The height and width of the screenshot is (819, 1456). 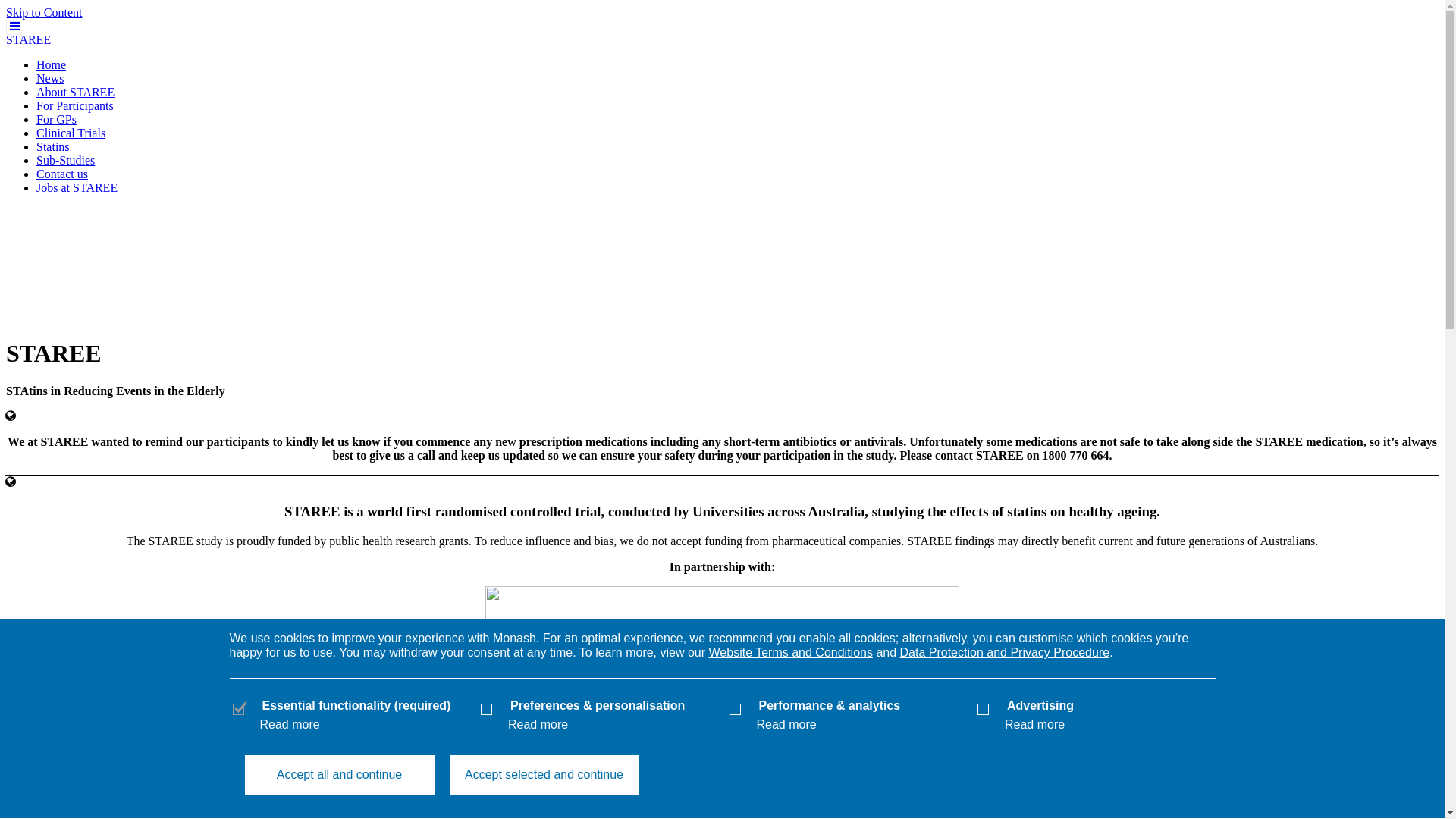 What do you see at coordinates (56, 118) in the screenshot?
I see `'For GPs'` at bounding box center [56, 118].